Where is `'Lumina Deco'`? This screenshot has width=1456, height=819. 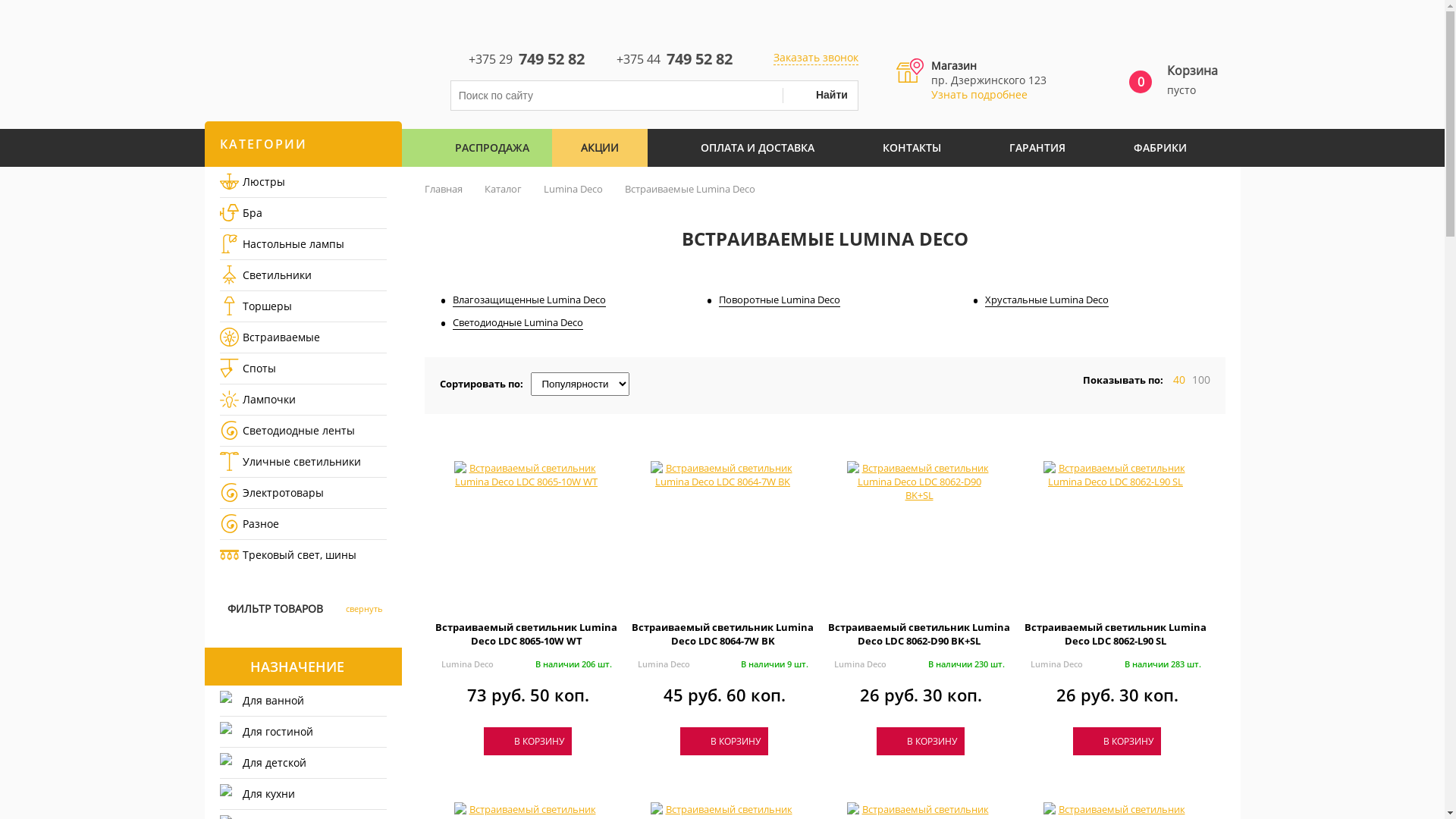 'Lumina Deco' is located at coordinates (542, 188).